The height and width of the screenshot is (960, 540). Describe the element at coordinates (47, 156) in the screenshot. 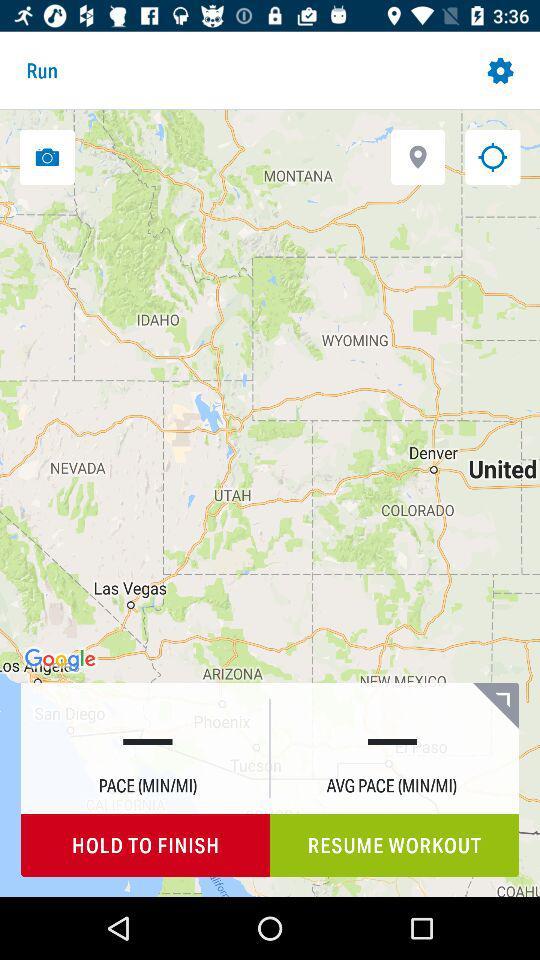

I see `the photo icon` at that location.